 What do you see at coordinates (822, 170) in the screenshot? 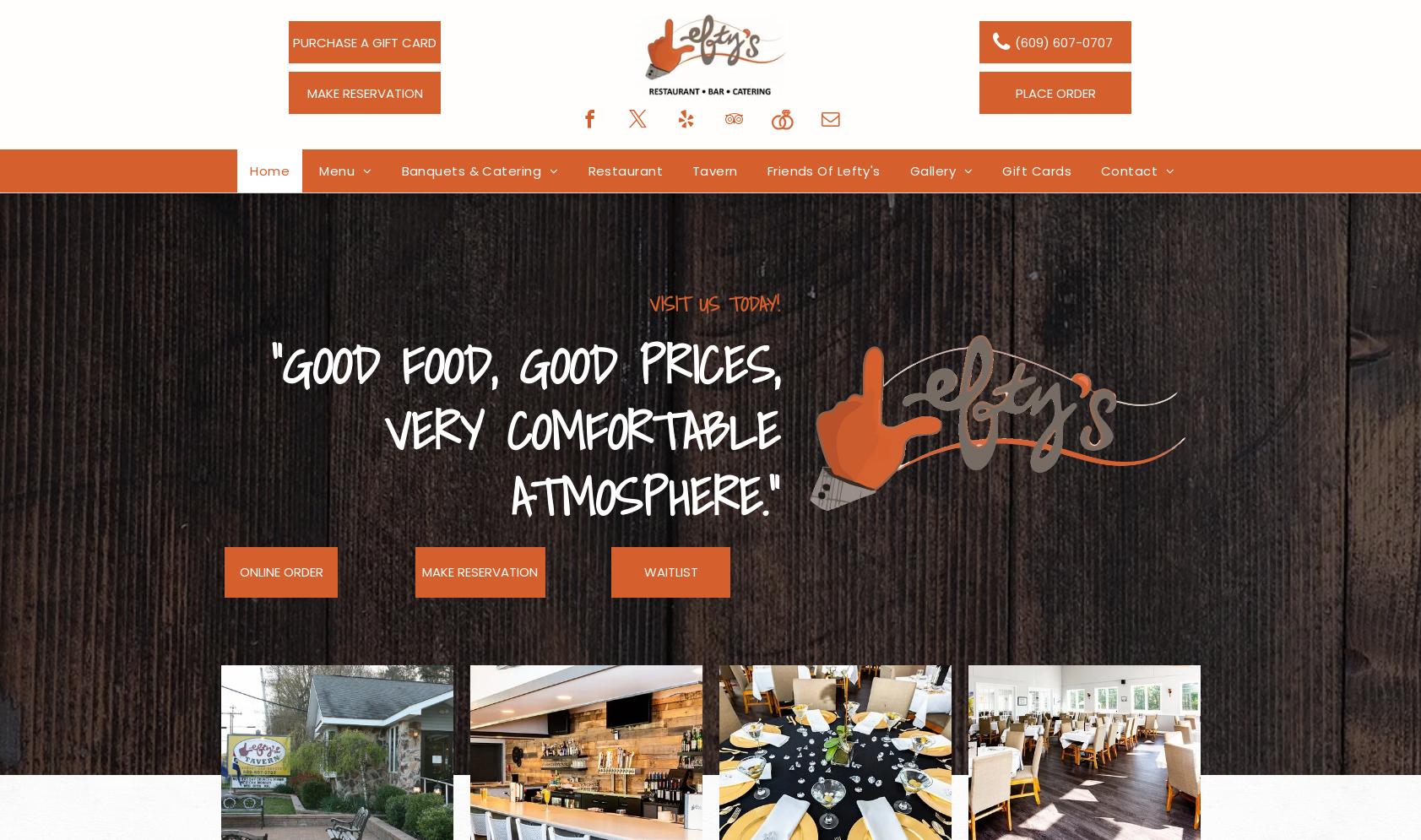
I see `'Friends Of Lefty's'` at bounding box center [822, 170].